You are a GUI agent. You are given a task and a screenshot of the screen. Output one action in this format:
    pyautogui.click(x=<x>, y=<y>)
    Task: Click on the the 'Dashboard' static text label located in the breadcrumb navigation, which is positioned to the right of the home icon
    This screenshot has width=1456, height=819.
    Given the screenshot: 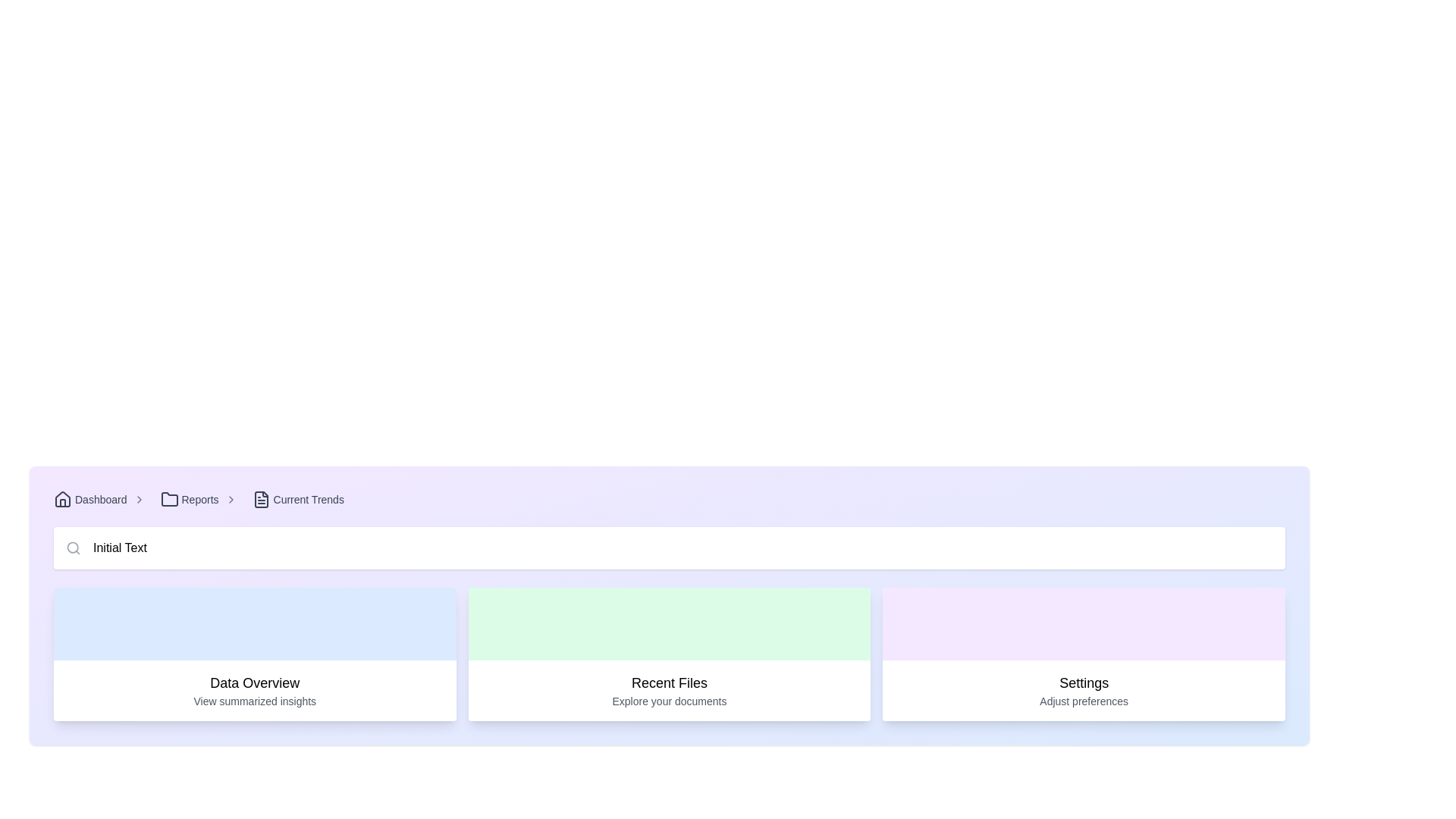 What is the action you would take?
    pyautogui.click(x=100, y=500)
    